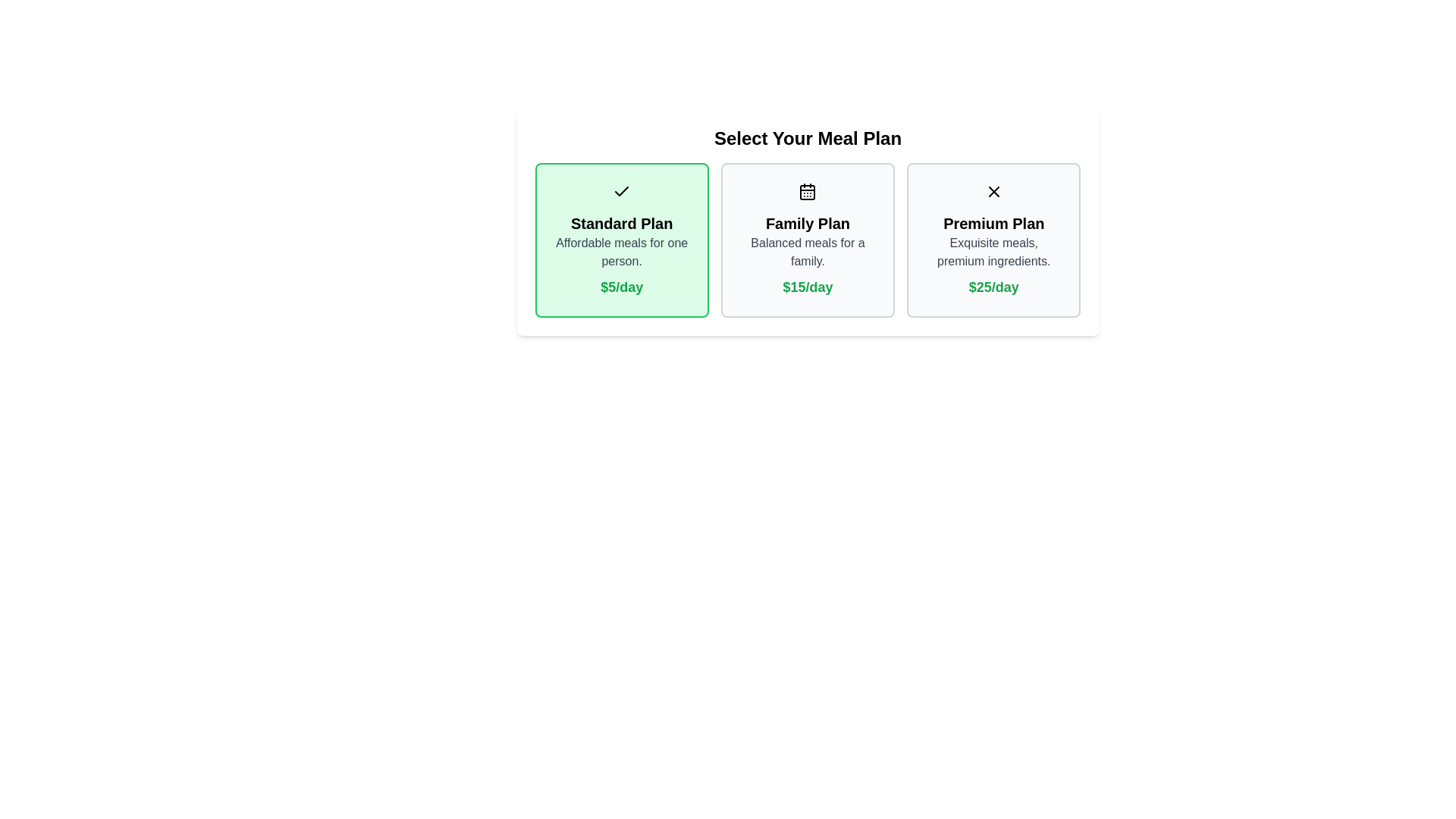 The height and width of the screenshot is (819, 1456). What do you see at coordinates (993, 287) in the screenshot?
I see `the pricing information Text Label for the 'Premium Plan' located in the third card from the left, positioned directly below the description text` at bounding box center [993, 287].